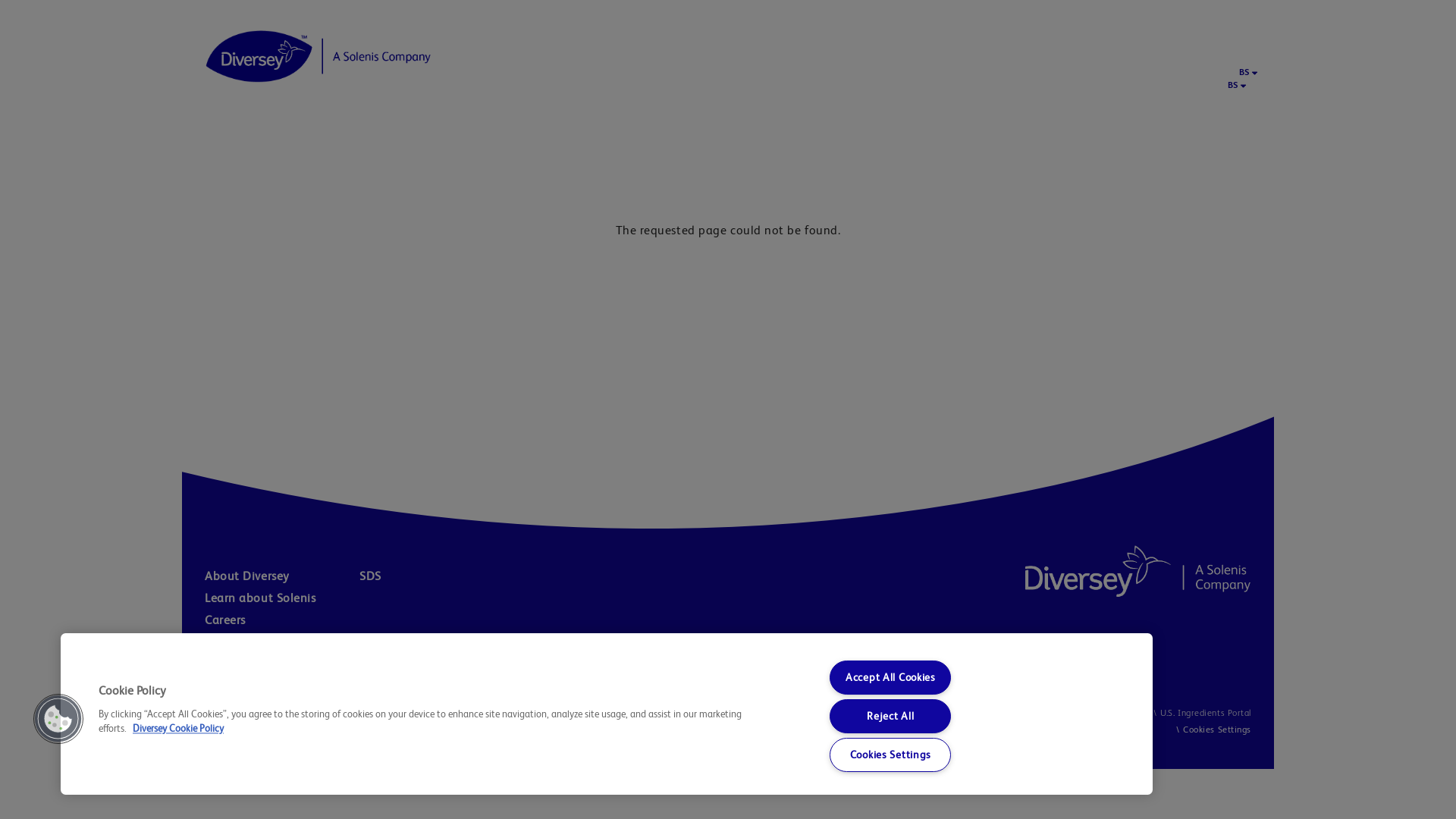 The height and width of the screenshot is (819, 1456). Describe the element at coordinates (1150, 713) in the screenshot. I see `'U.S. Ingredients Portal'` at that location.